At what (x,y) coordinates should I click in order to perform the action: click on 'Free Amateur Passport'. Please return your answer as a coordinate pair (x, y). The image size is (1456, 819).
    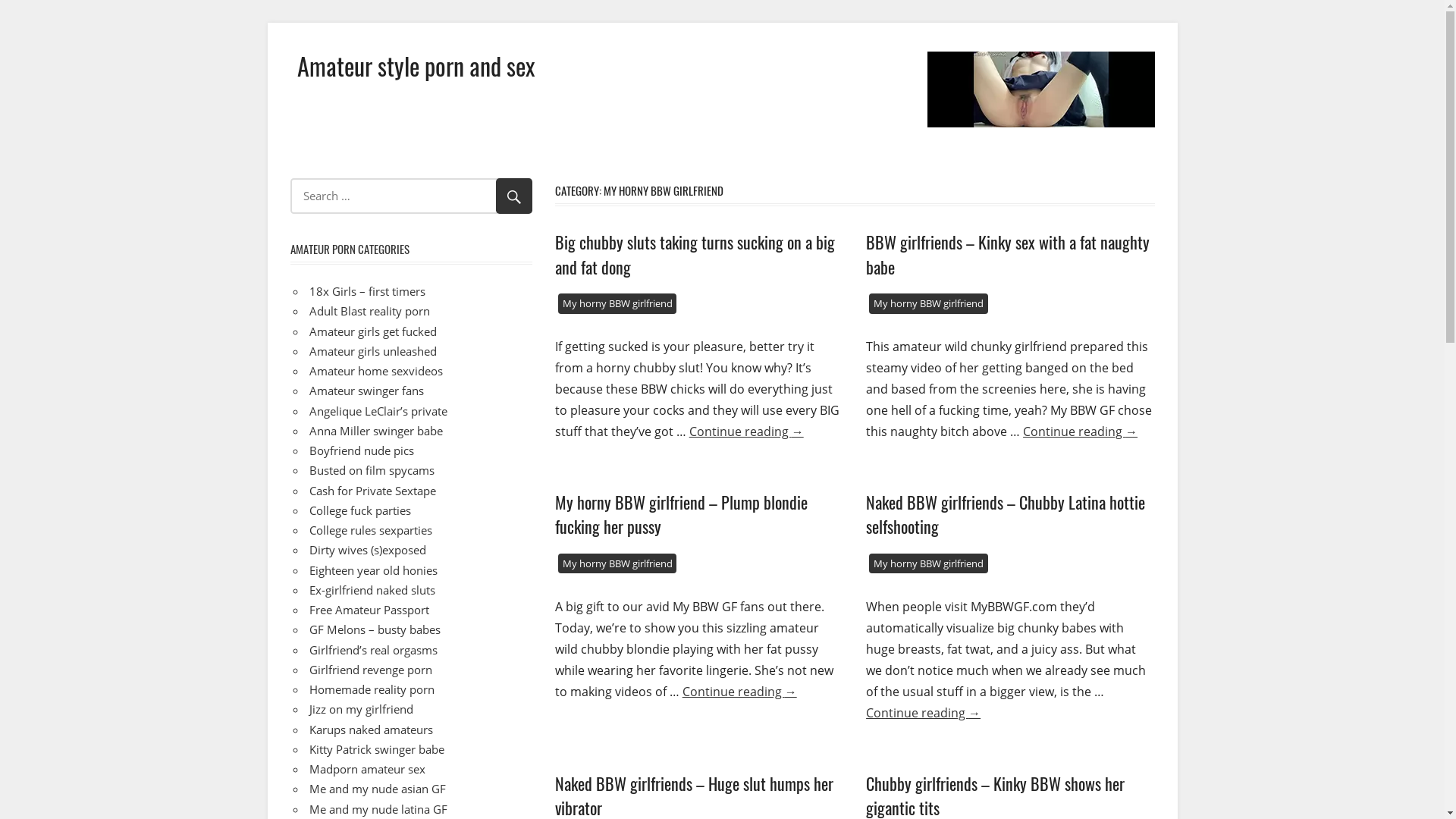
    Looking at the image, I should click on (369, 608).